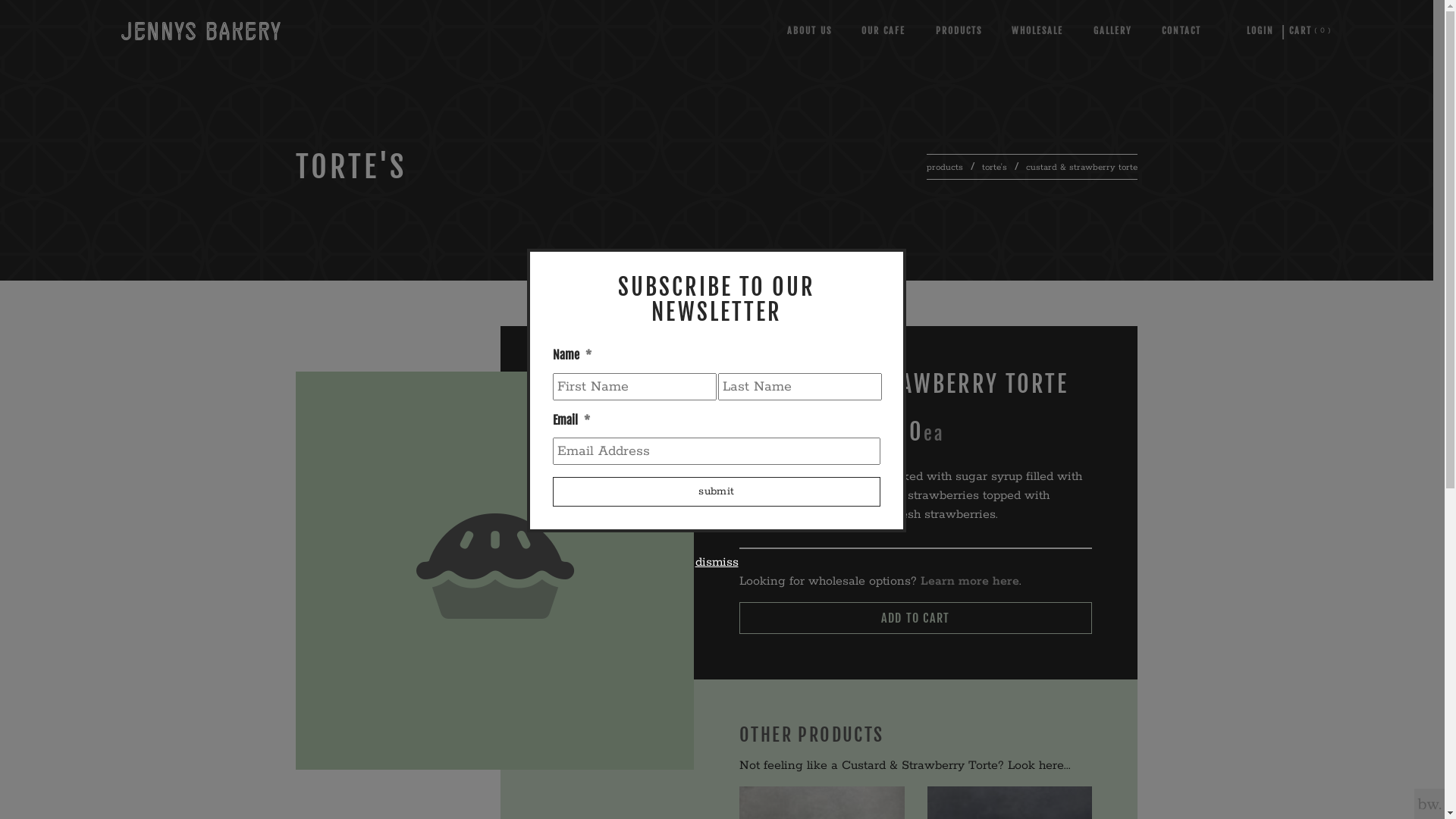 The width and height of the screenshot is (1456, 819). Describe the element at coordinates (199, 30) in the screenshot. I see `'Jennys Bakery - Home'` at that location.